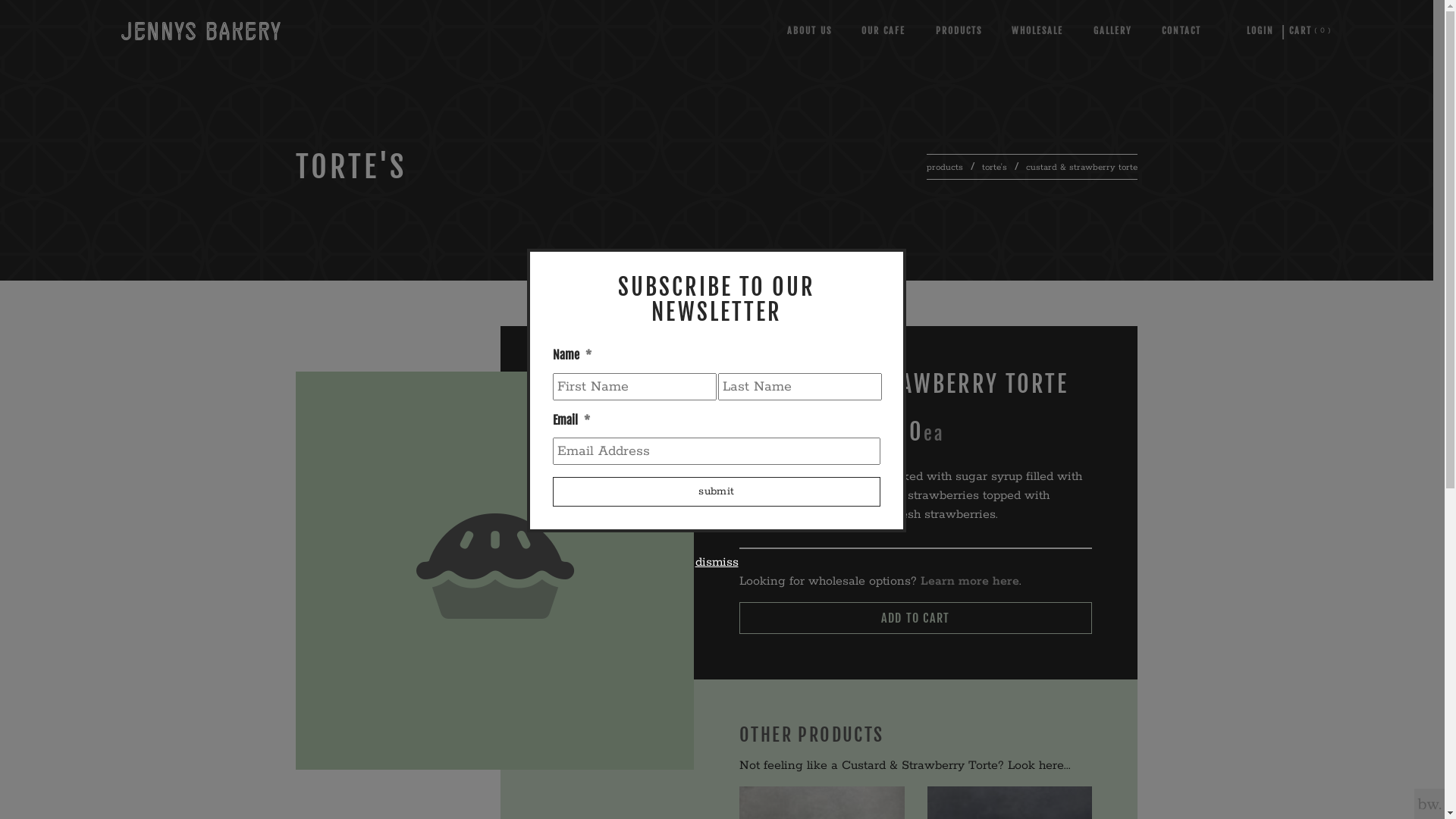 The width and height of the screenshot is (1456, 819). Describe the element at coordinates (199, 30) in the screenshot. I see `'Jennys Bakery - Home'` at that location.